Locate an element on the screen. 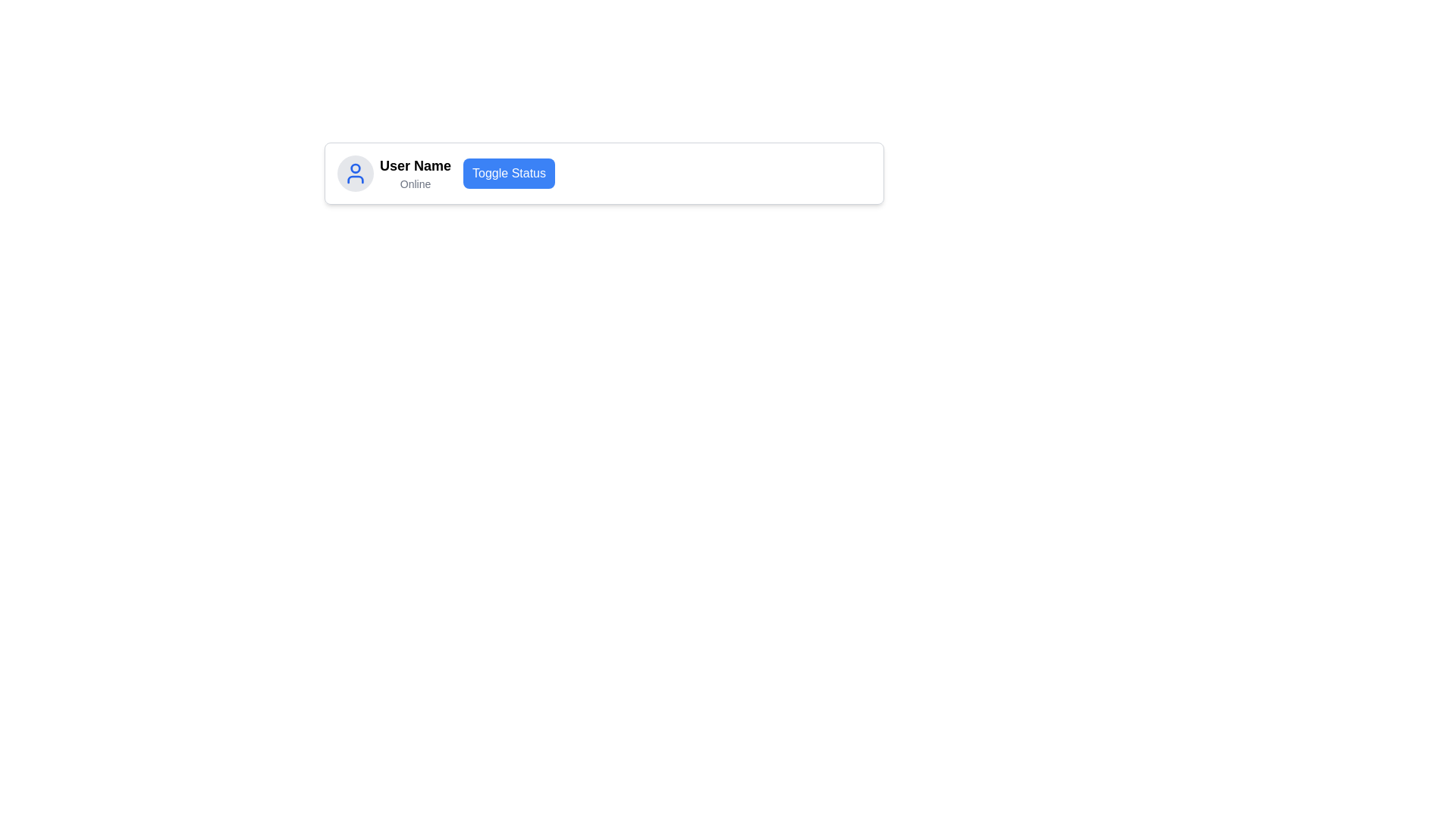 This screenshot has height=819, width=1456. the Text label that displays the status of the related user, located directly below the 'User Name' label and to the left of the 'Toggle Status' button is located at coordinates (415, 184).